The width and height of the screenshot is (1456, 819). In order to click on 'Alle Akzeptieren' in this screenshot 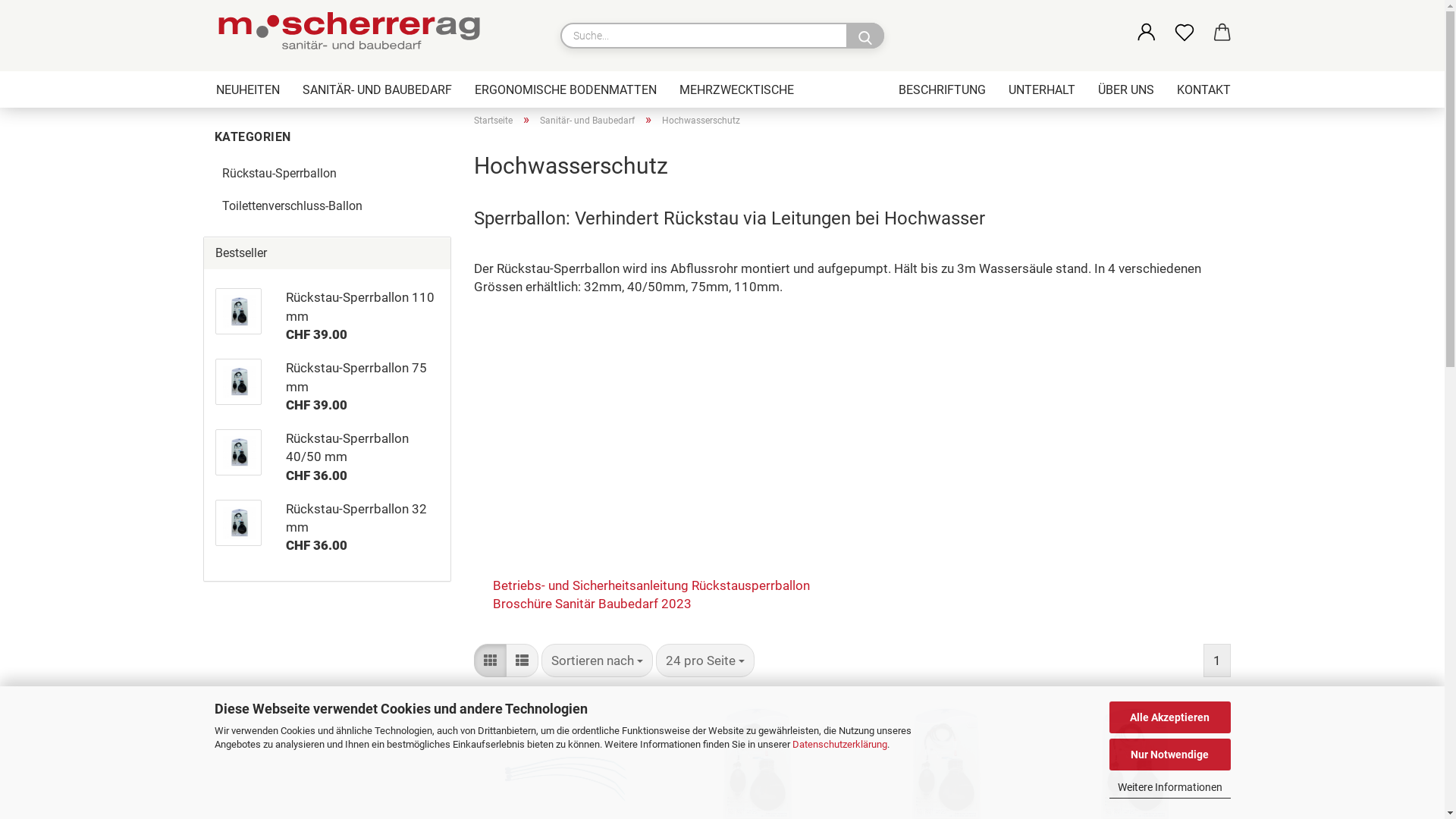, I will do `click(1168, 717)`.